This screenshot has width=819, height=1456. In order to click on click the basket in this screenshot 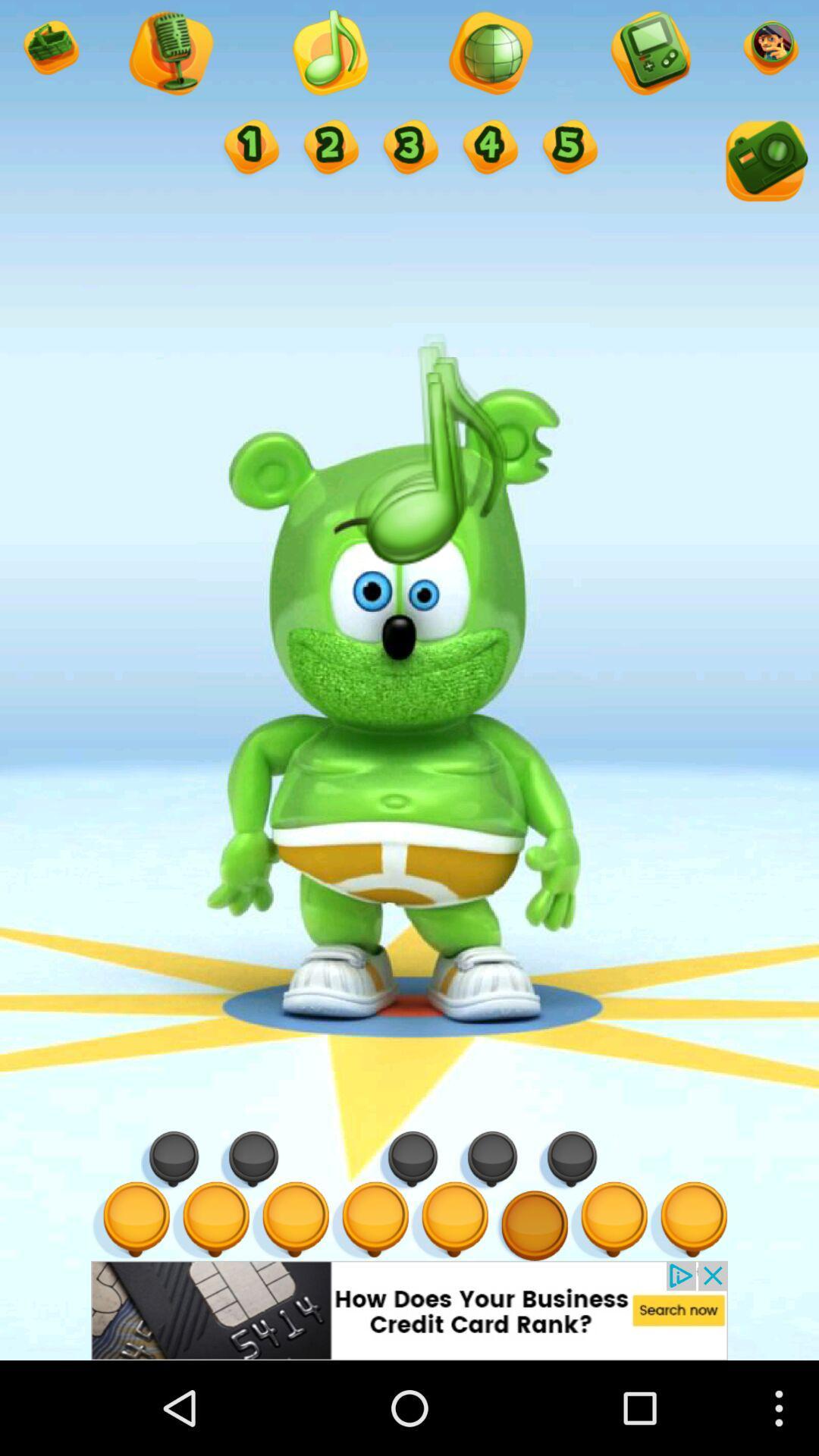, I will do `click(49, 49)`.